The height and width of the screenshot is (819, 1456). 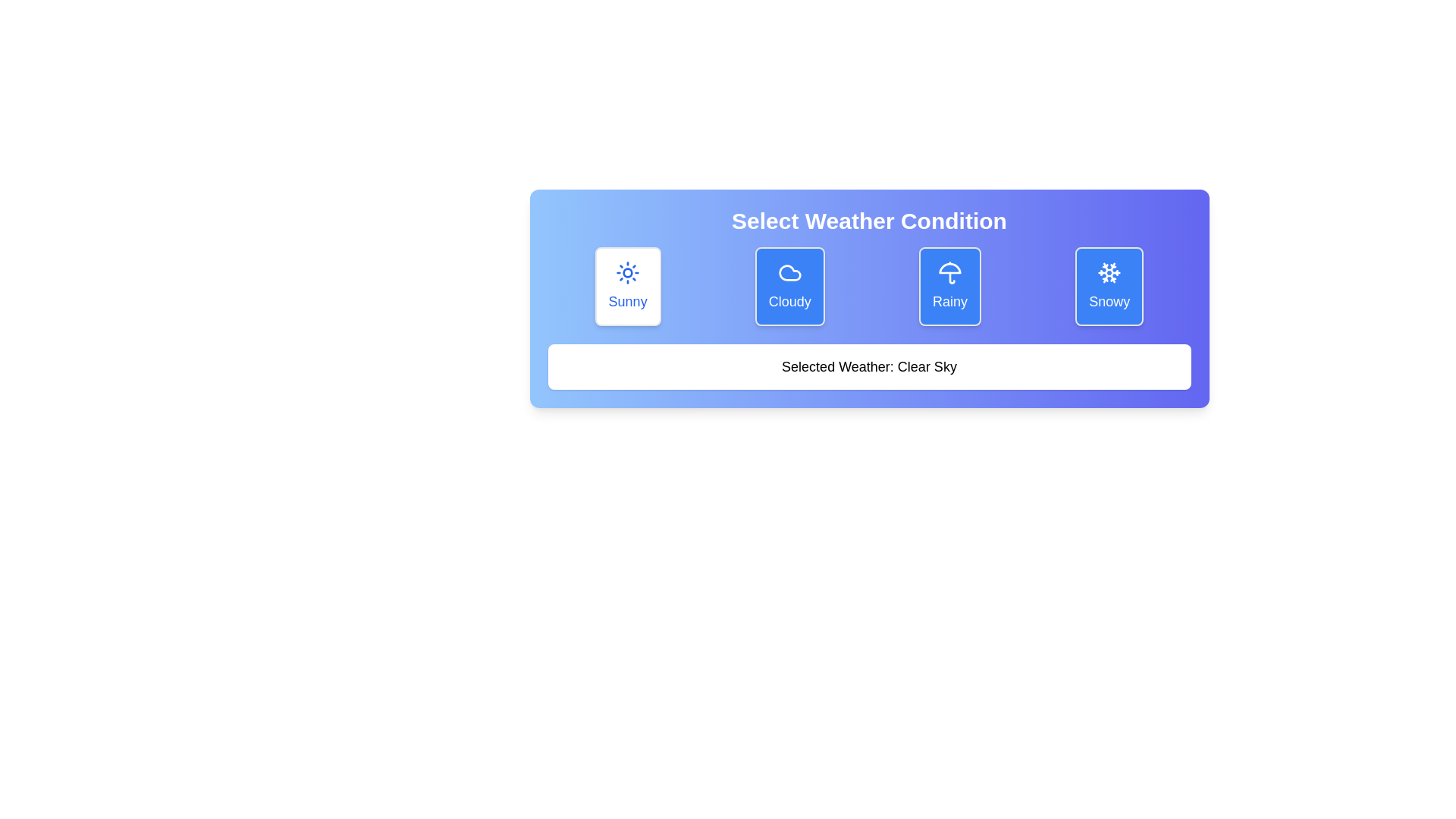 What do you see at coordinates (949, 301) in the screenshot?
I see `the text label displaying the word 'Rainy', which is located at the bottom-center of the 'Rainy' weather option card` at bounding box center [949, 301].